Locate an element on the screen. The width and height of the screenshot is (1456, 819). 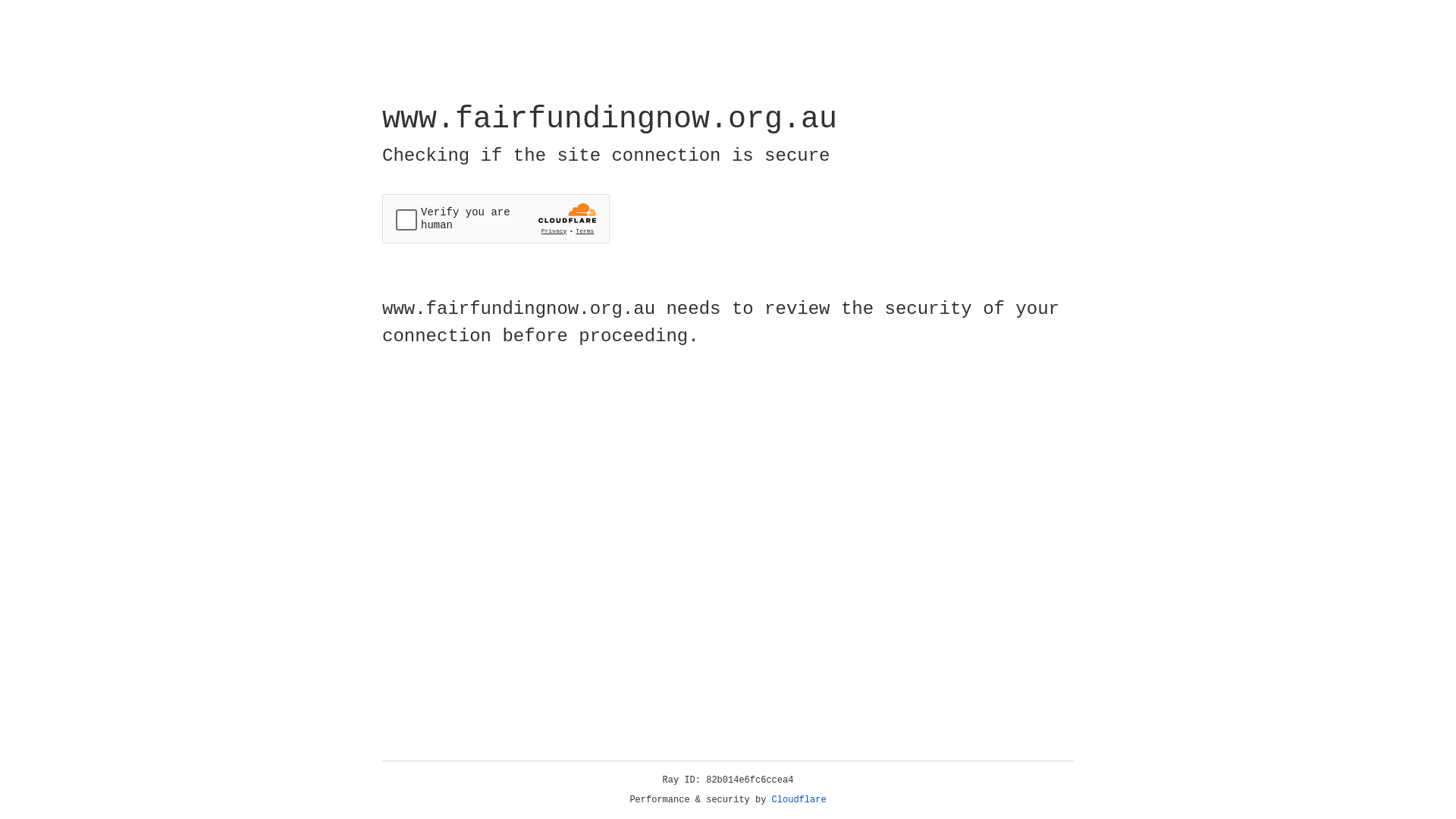
'Widget containing a Cloudflare security challenge' is located at coordinates (495, 218).